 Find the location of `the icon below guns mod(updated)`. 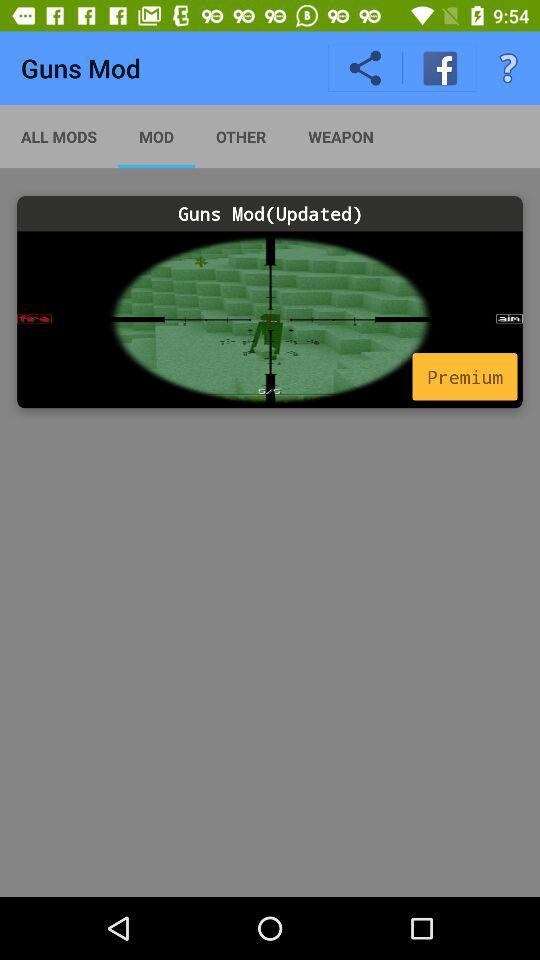

the icon below guns mod(updated) is located at coordinates (270, 319).